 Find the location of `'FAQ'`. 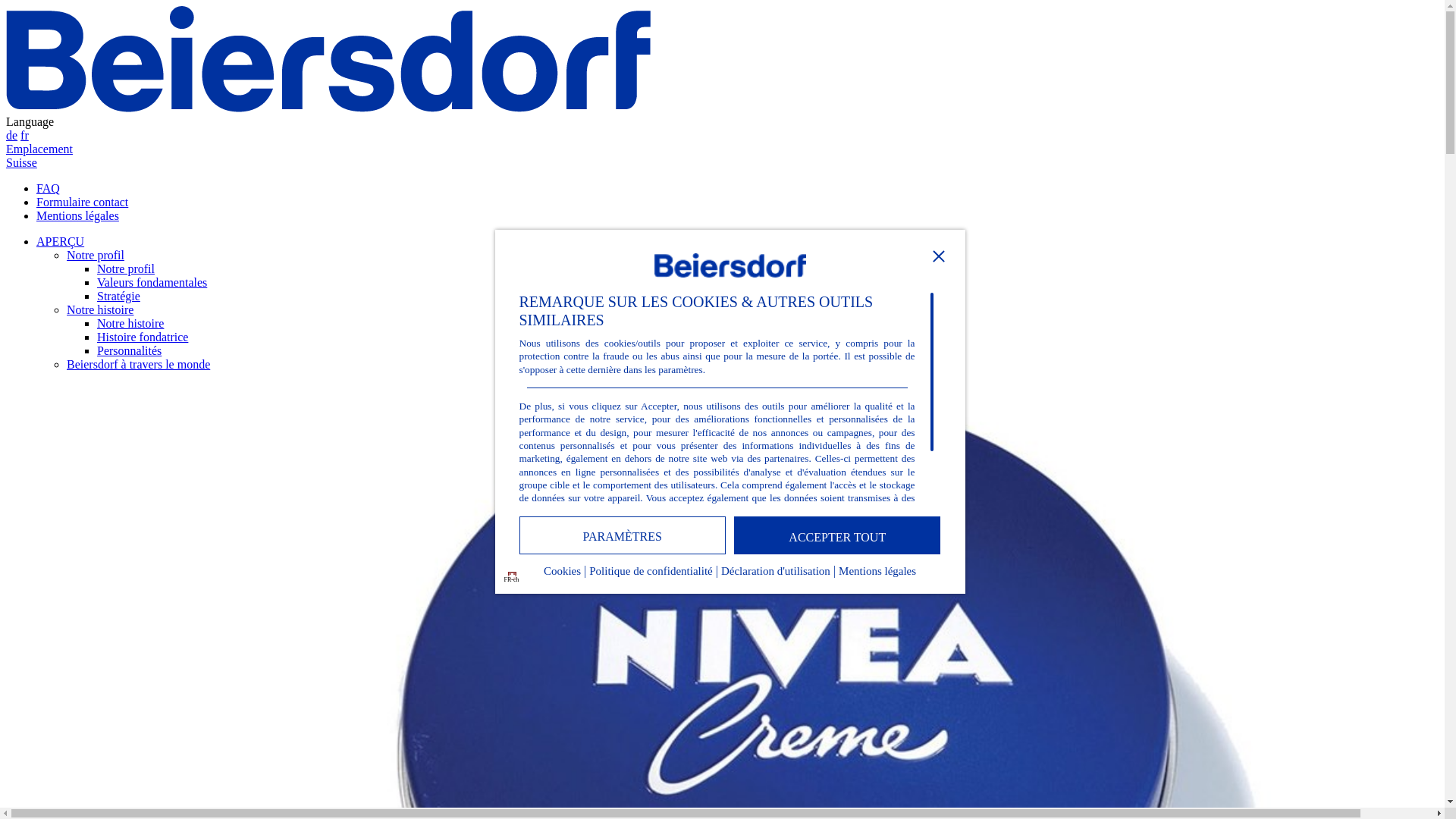

'FAQ' is located at coordinates (48, 187).